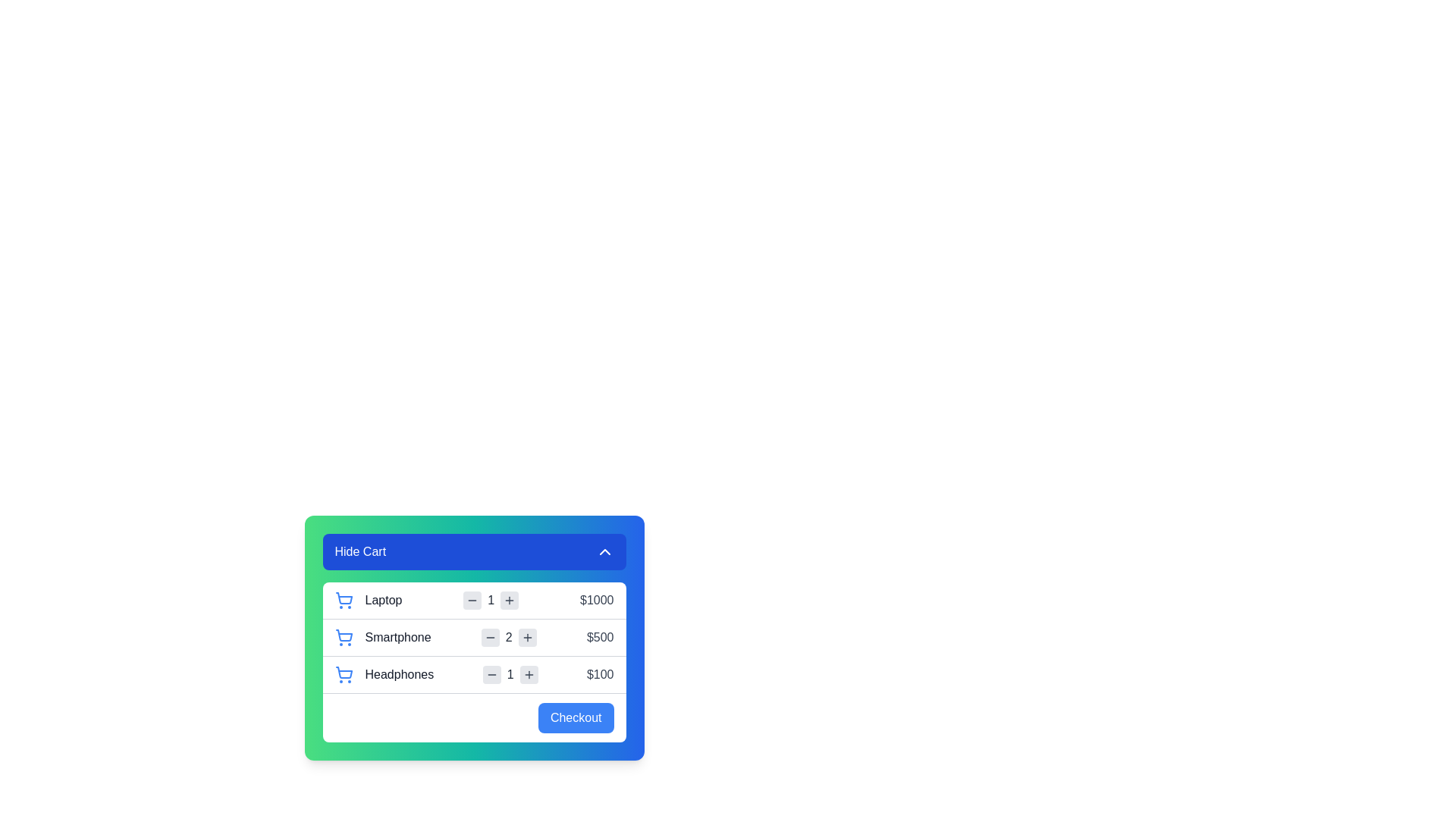  Describe the element at coordinates (529, 674) in the screenshot. I see `the increment button with a plus symbol (+) located in the 'Headphones' row of the shopping cart interface to increase the item quantity` at that location.